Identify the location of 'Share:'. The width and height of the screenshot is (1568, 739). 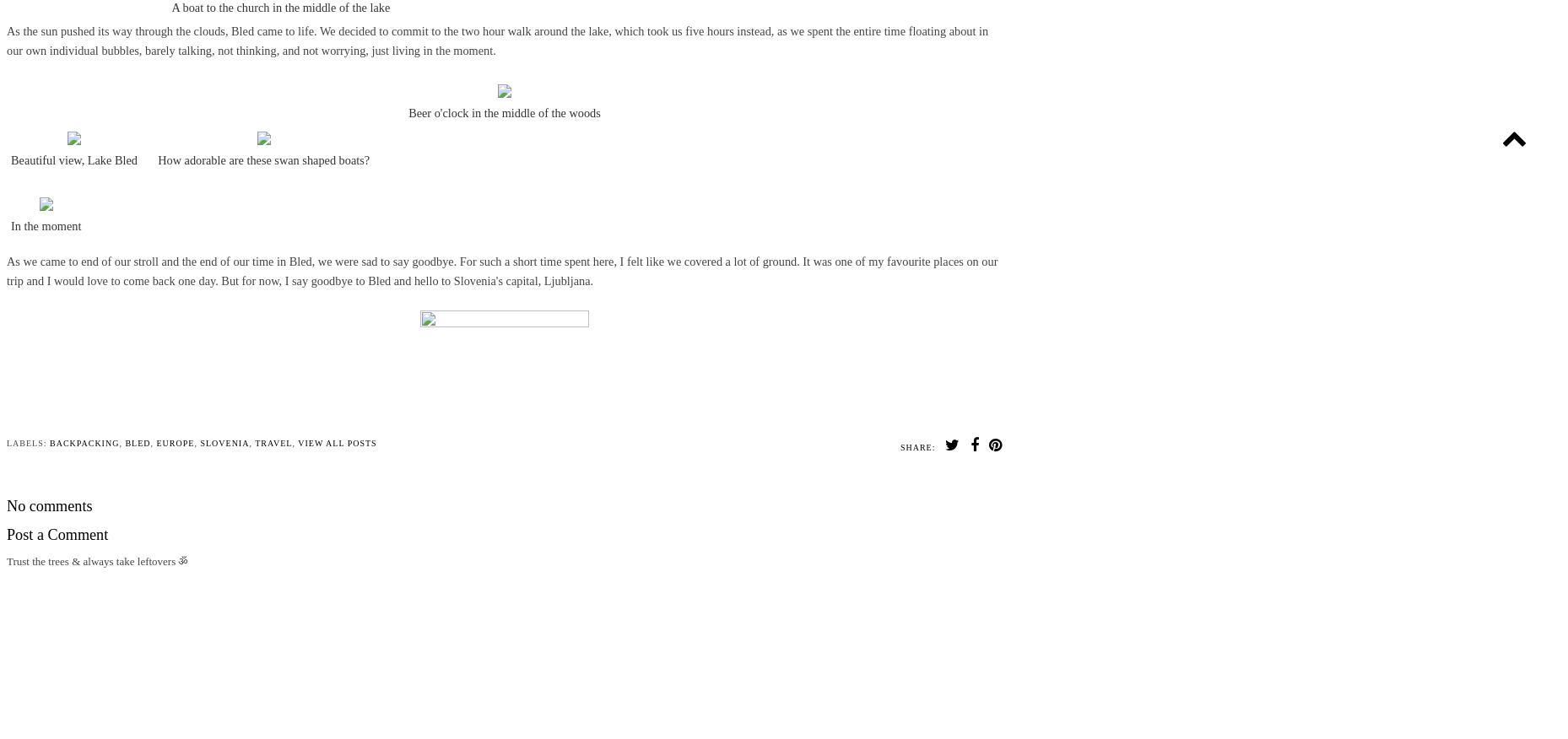
(916, 446).